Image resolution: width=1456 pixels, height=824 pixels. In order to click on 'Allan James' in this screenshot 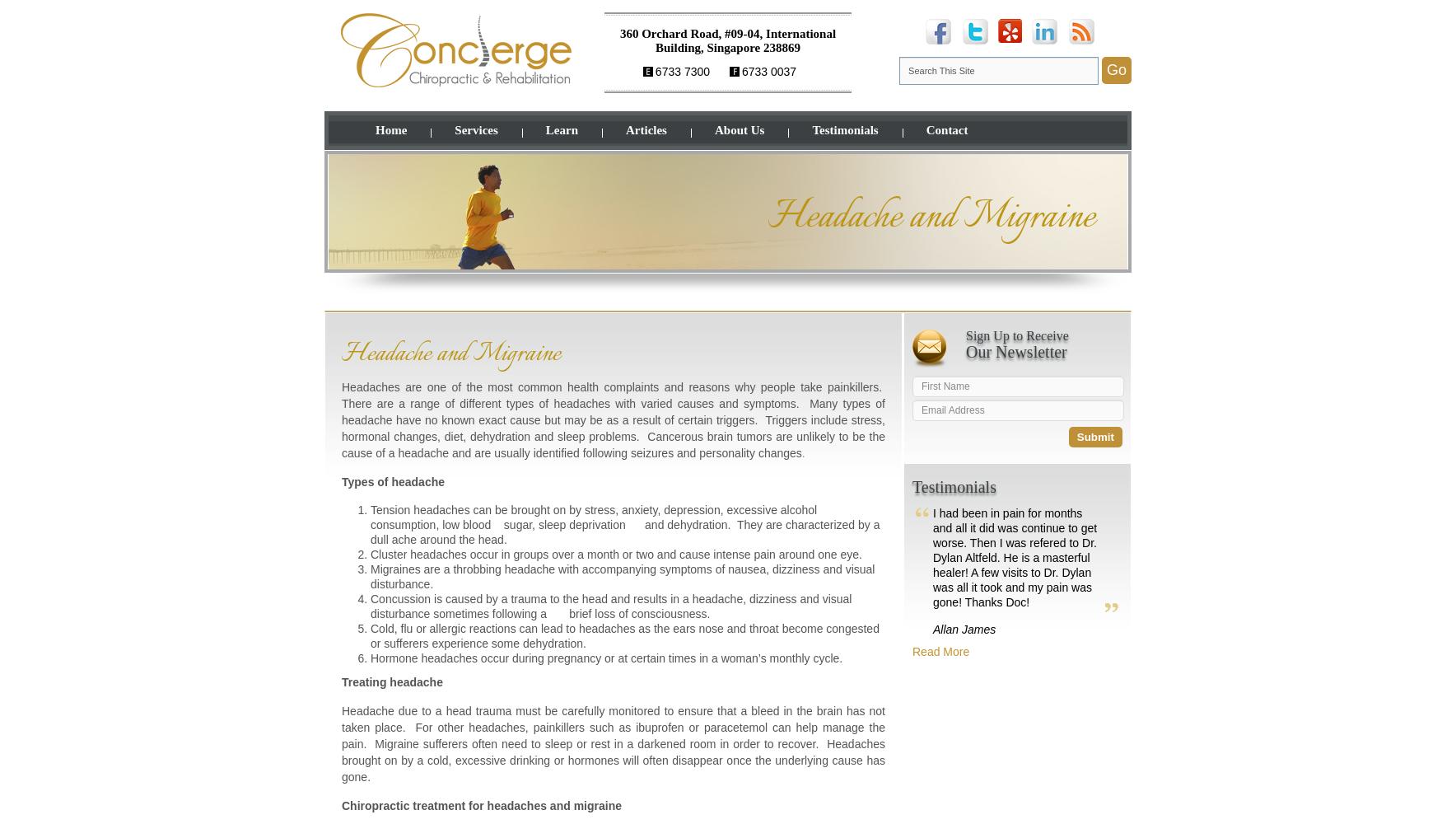, I will do `click(964, 630)`.